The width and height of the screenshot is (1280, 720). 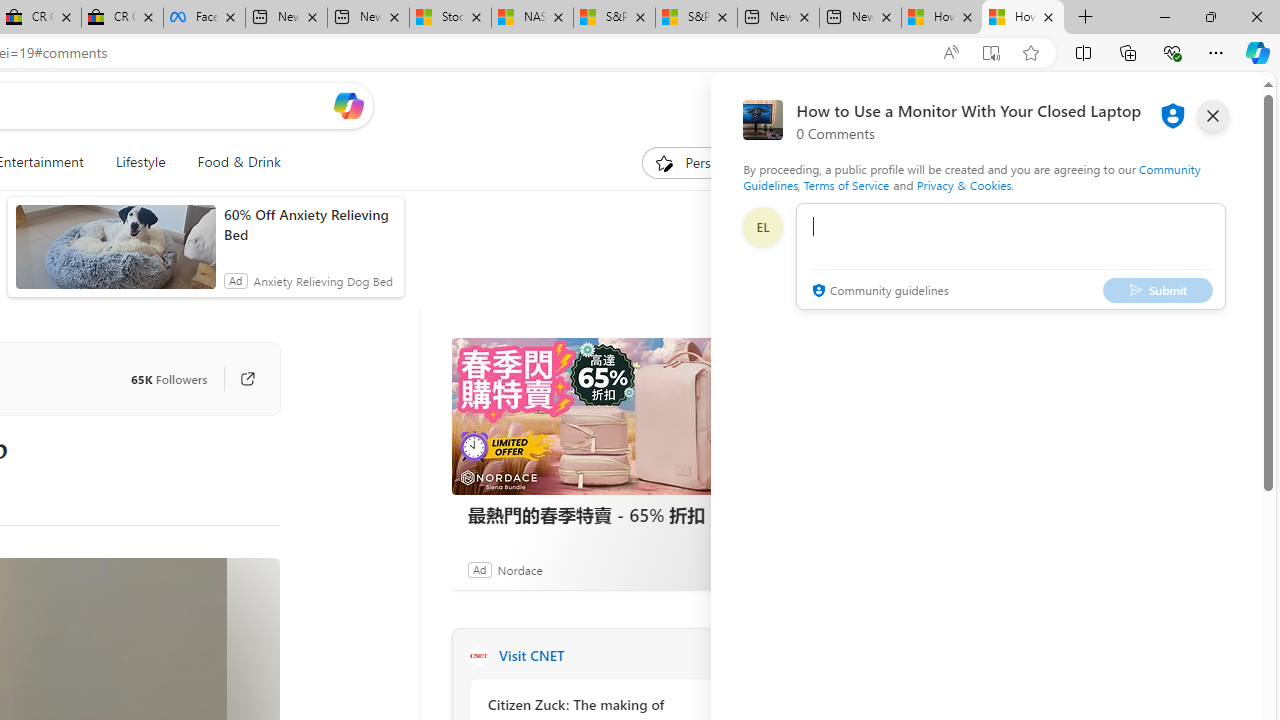 I want to click on 'Enter Immersive Reader (F9)', so click(x=991, y=52).